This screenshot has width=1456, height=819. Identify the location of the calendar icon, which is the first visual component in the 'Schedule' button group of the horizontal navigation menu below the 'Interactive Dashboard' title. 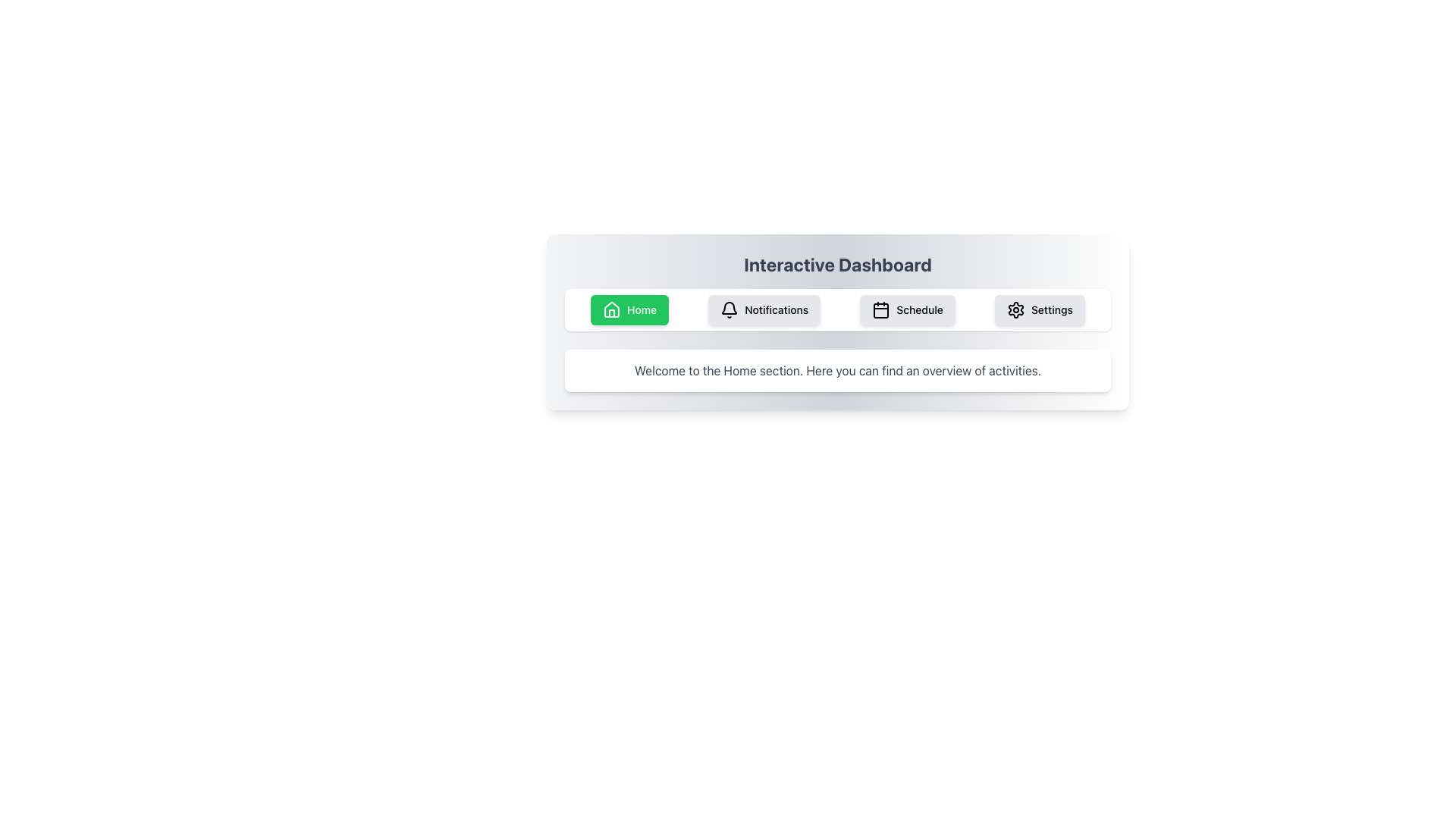
(881, 309).